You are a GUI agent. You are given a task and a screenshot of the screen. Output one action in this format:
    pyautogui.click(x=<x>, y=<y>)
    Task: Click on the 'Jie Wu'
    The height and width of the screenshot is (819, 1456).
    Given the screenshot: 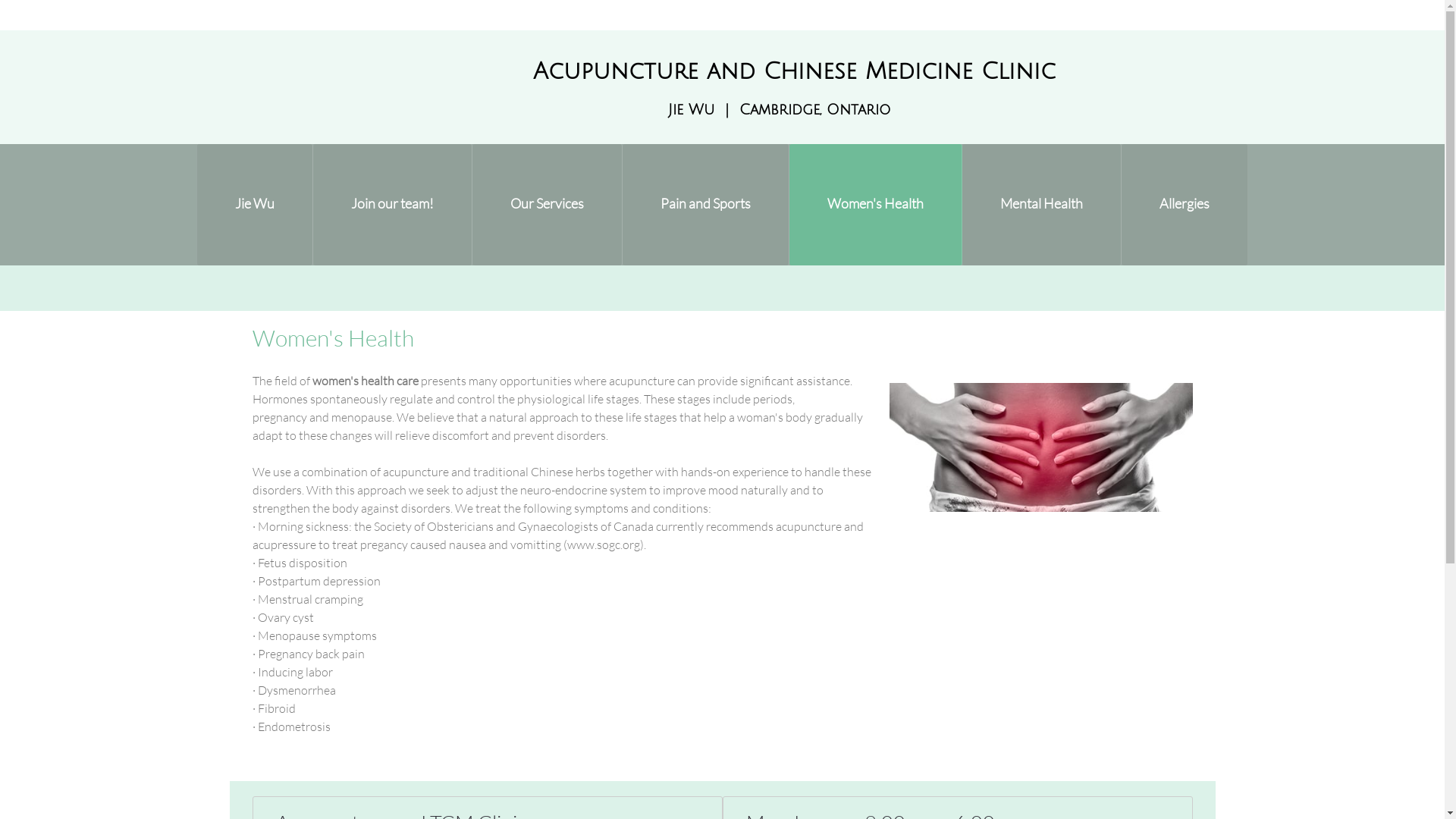 What is the action you would take?
    pyautogui.click(x=255, y=205)
    